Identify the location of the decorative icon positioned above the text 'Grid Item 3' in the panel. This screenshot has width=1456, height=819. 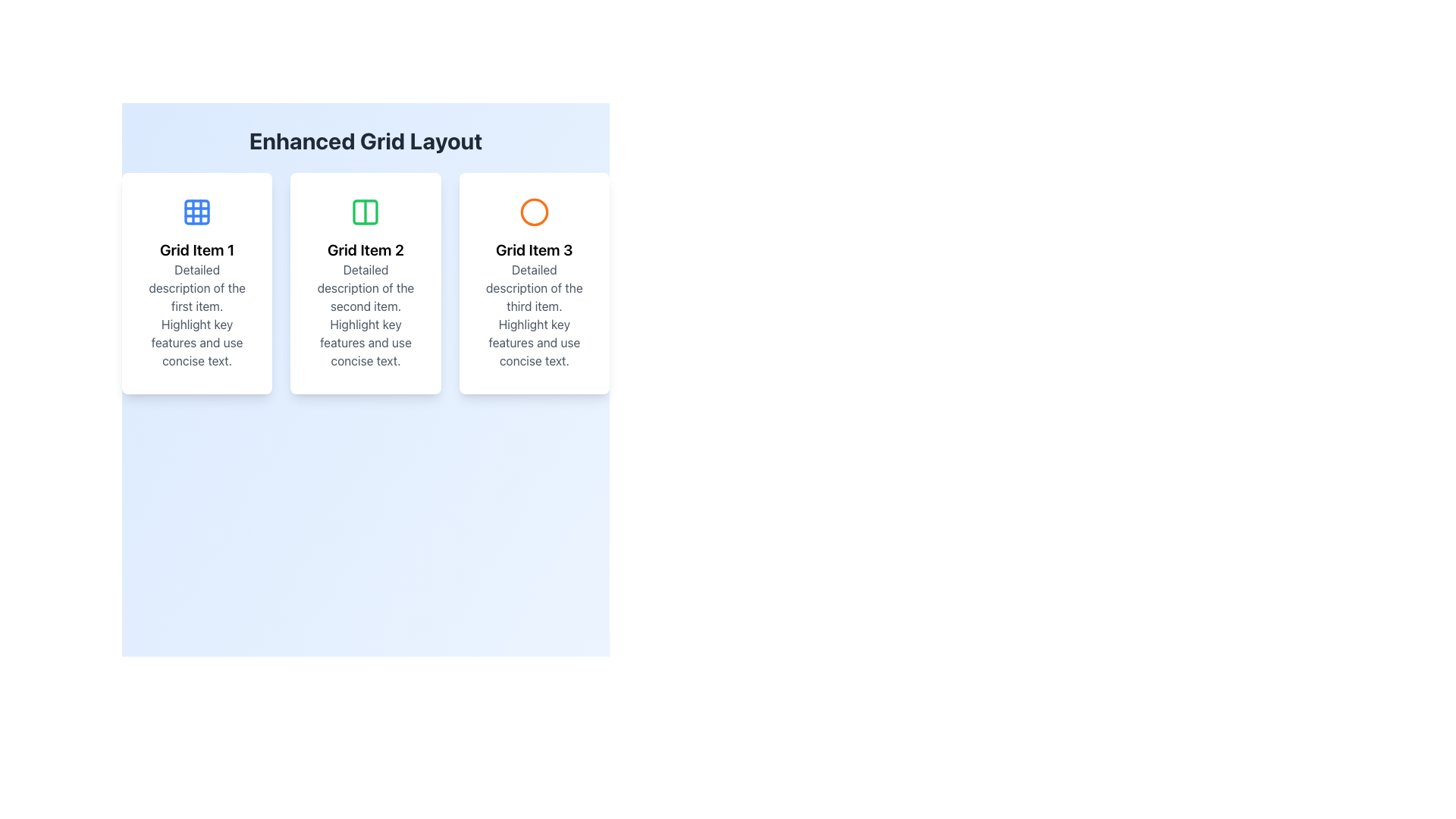
(534, 212).